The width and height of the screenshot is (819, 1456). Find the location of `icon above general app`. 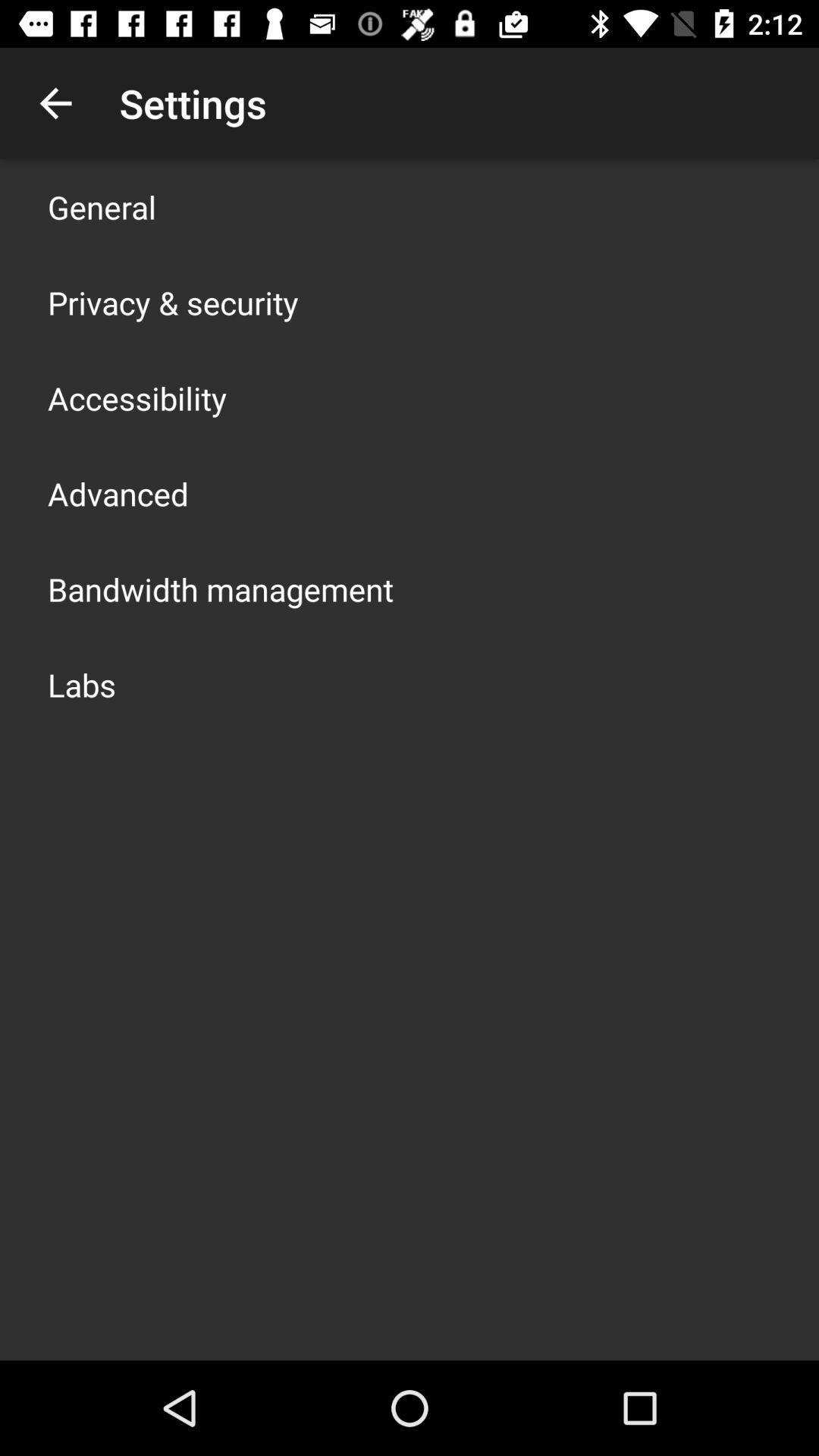

icon above general app is located at coordinates (55, 102).